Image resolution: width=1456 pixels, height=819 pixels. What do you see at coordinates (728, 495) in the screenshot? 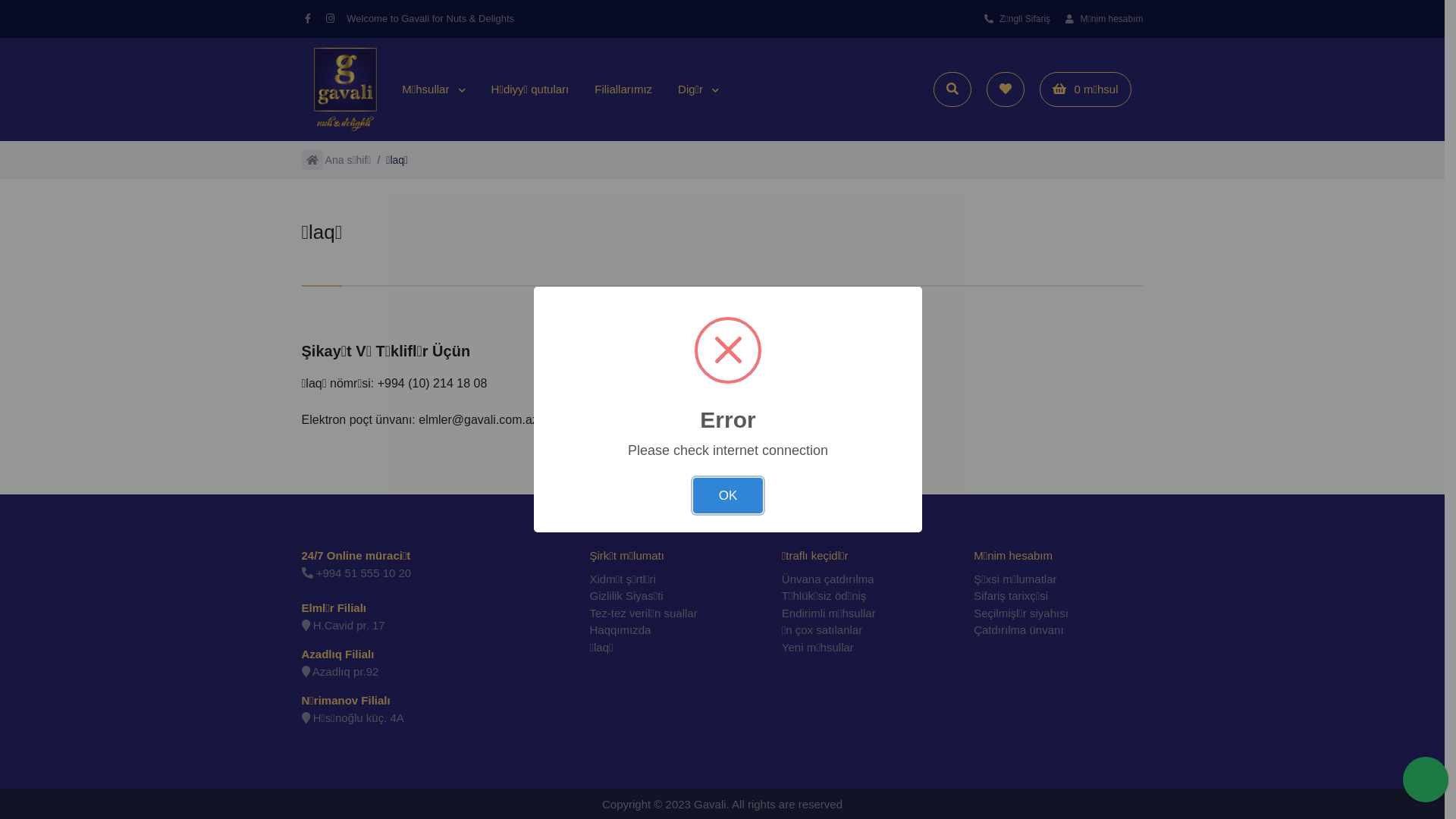
I see `'OK'` at bounding box center [728, 495].